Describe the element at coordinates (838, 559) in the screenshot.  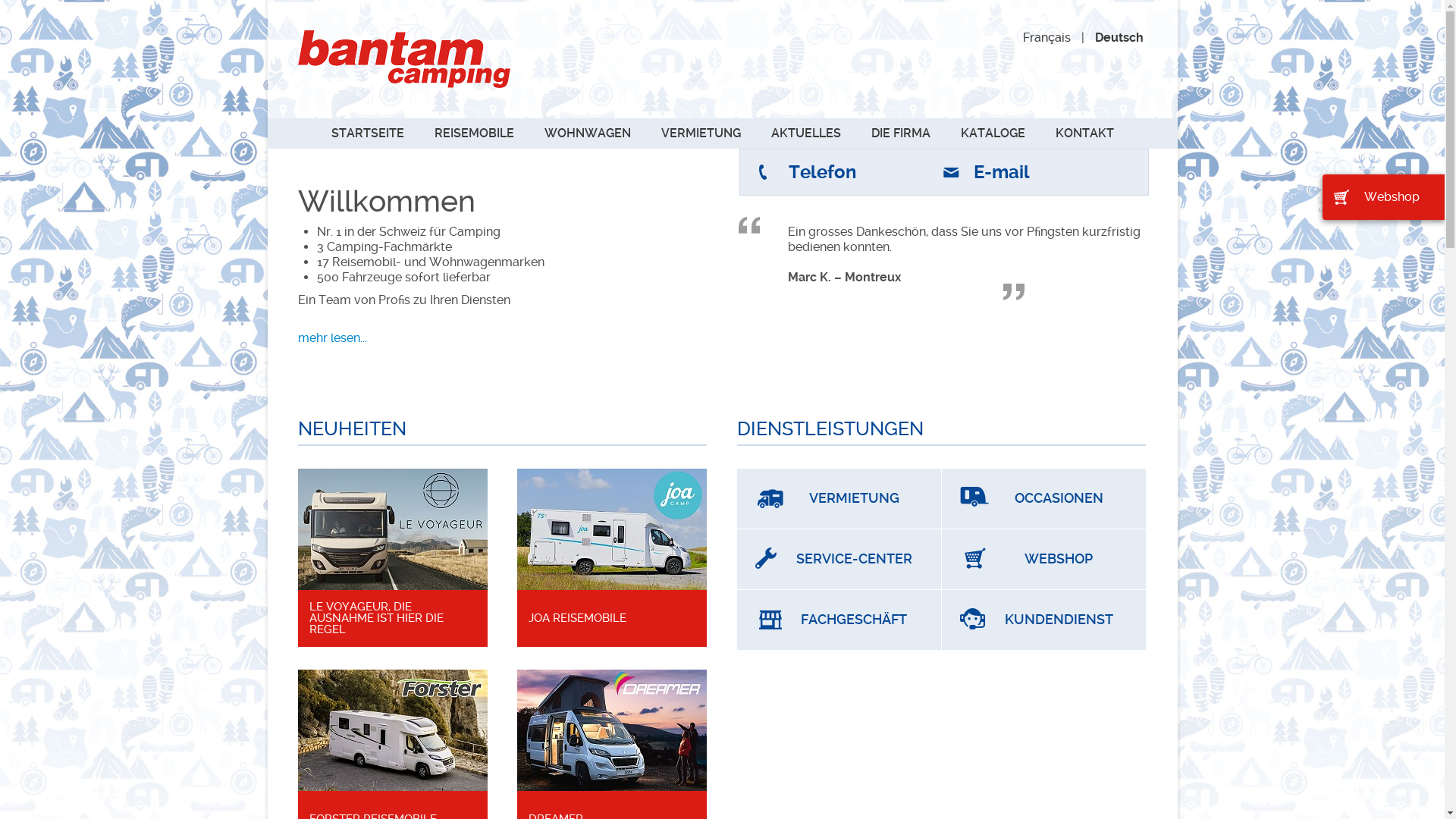
I see `'SERVICE-CENTER'` at that location.